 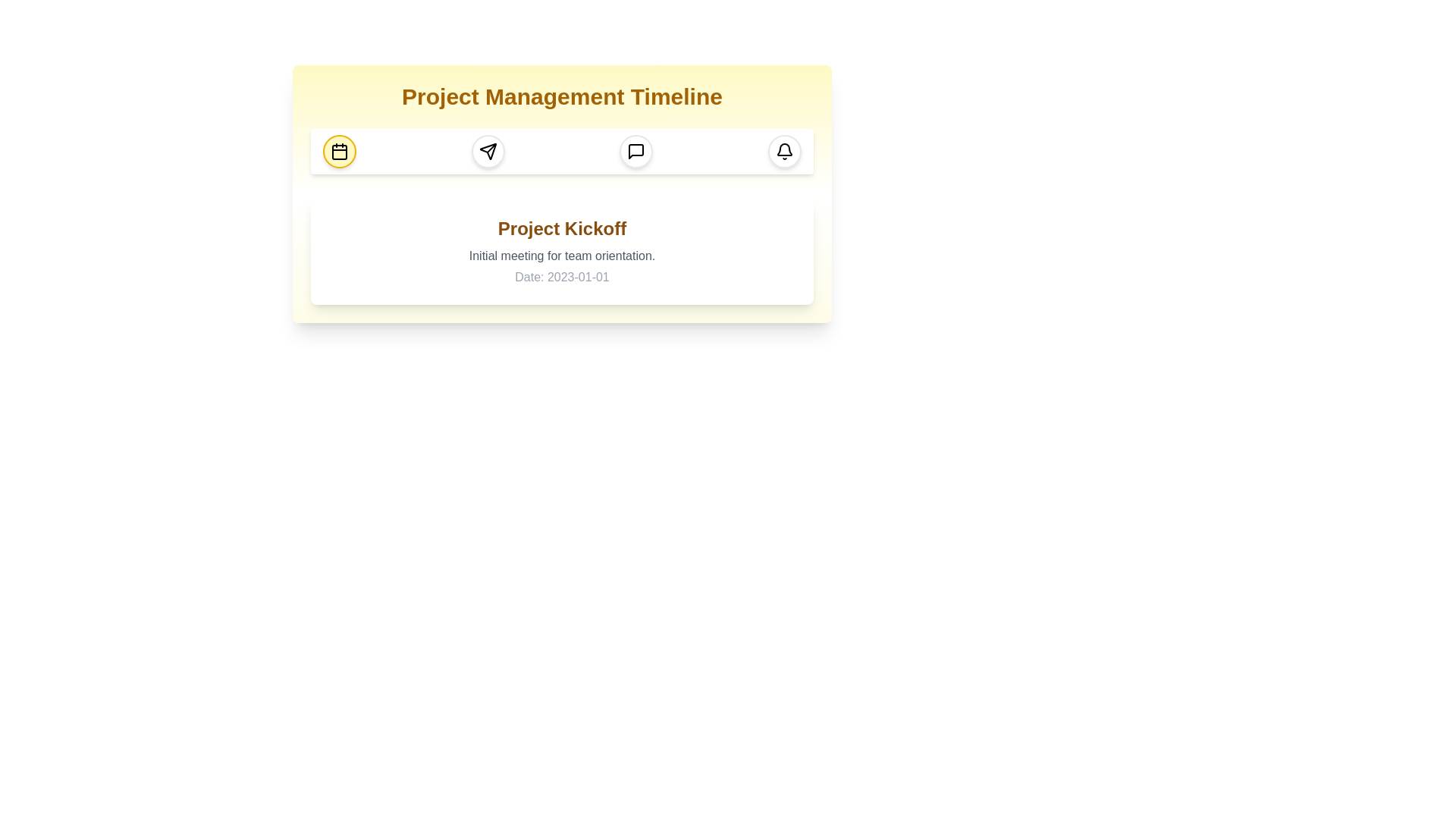 I want to click on the speech bubble-shaped icon located in the top-right section of the interface under 'Project Management Timeline', so click(x=636, y=152).